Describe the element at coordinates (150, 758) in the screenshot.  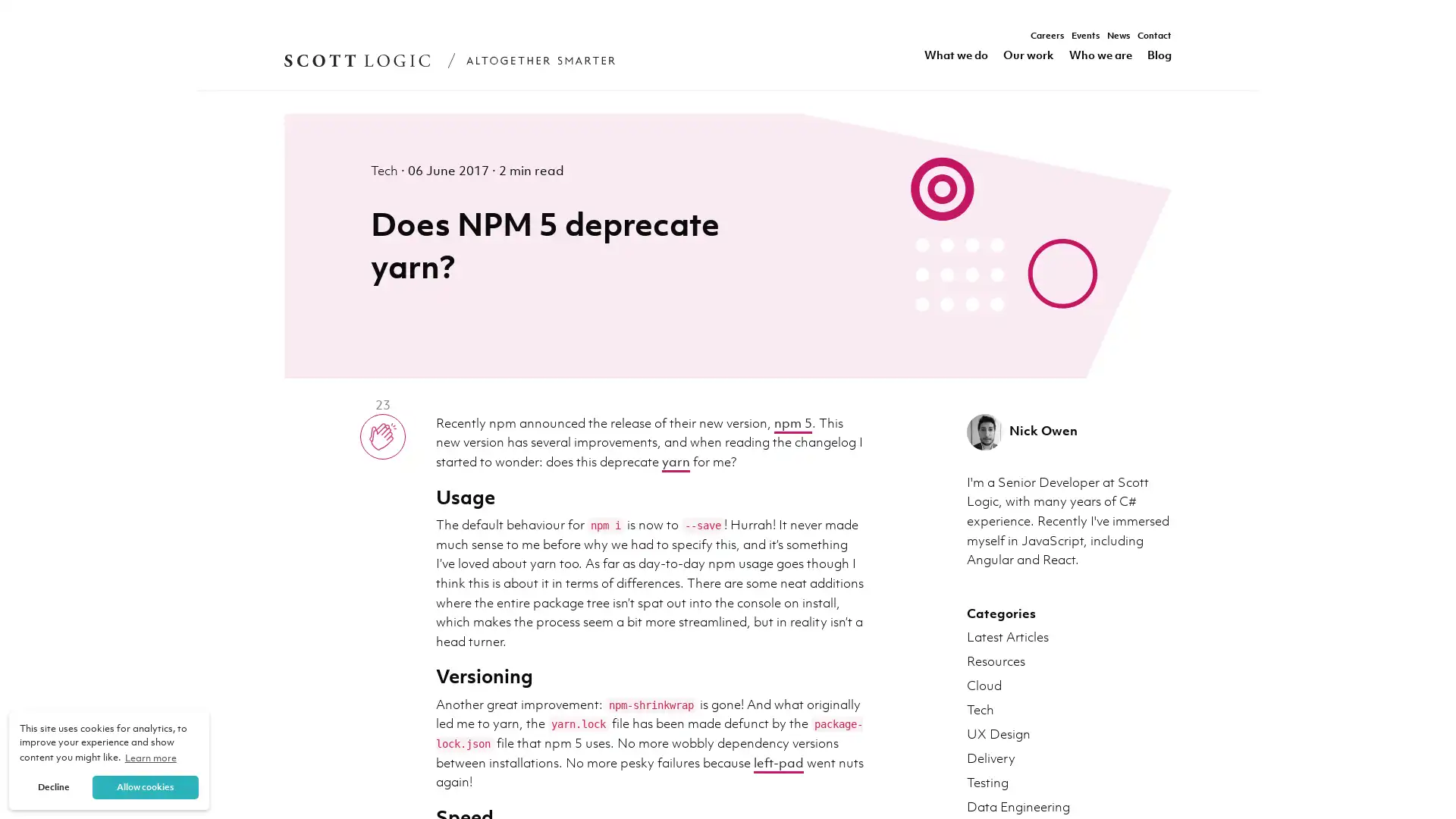
I see `learn more about cookies` at that location.